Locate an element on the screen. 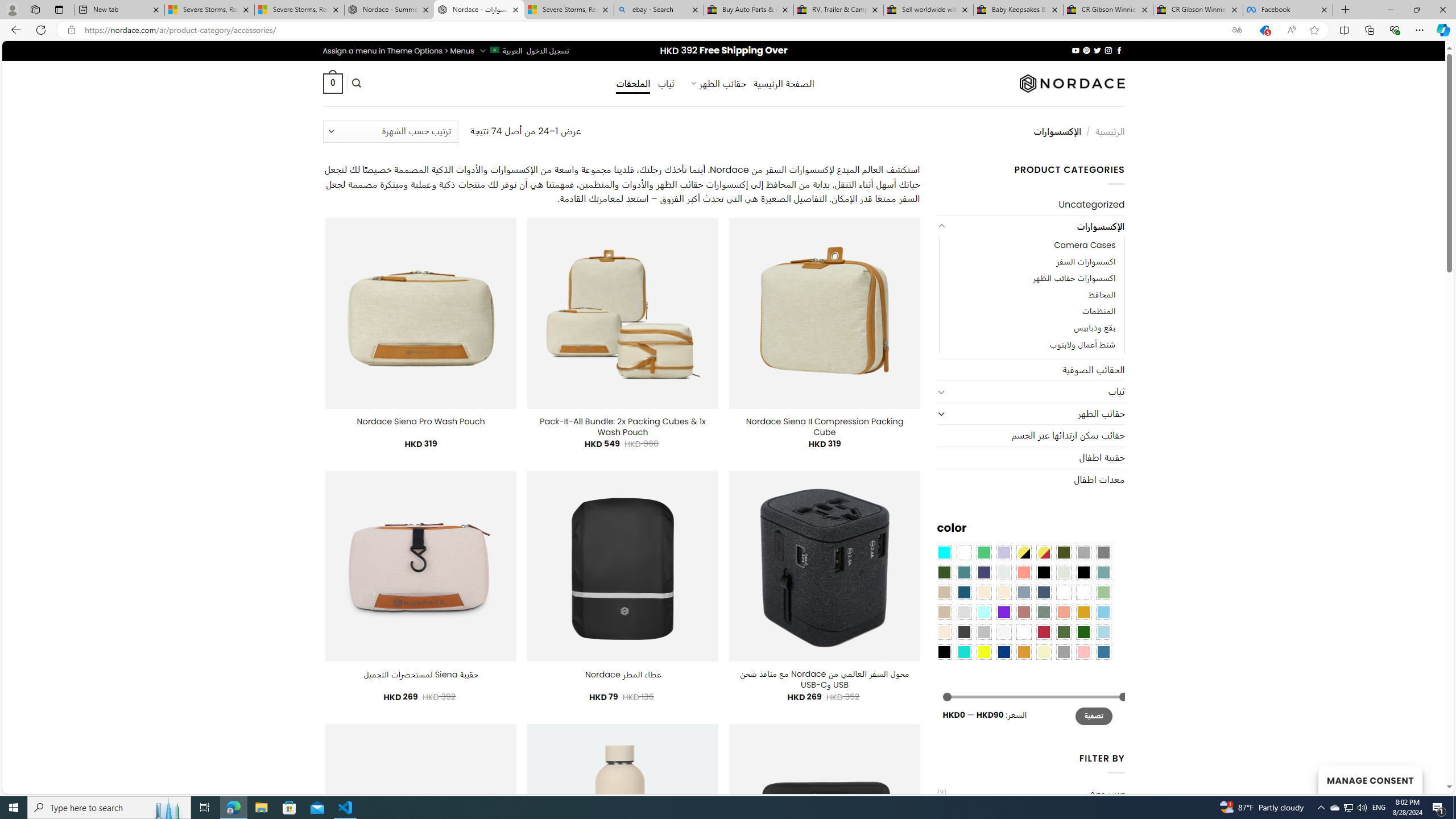 This screenshot has width=1456, height=819. 'Close' is located at coordinates (1442, 9).